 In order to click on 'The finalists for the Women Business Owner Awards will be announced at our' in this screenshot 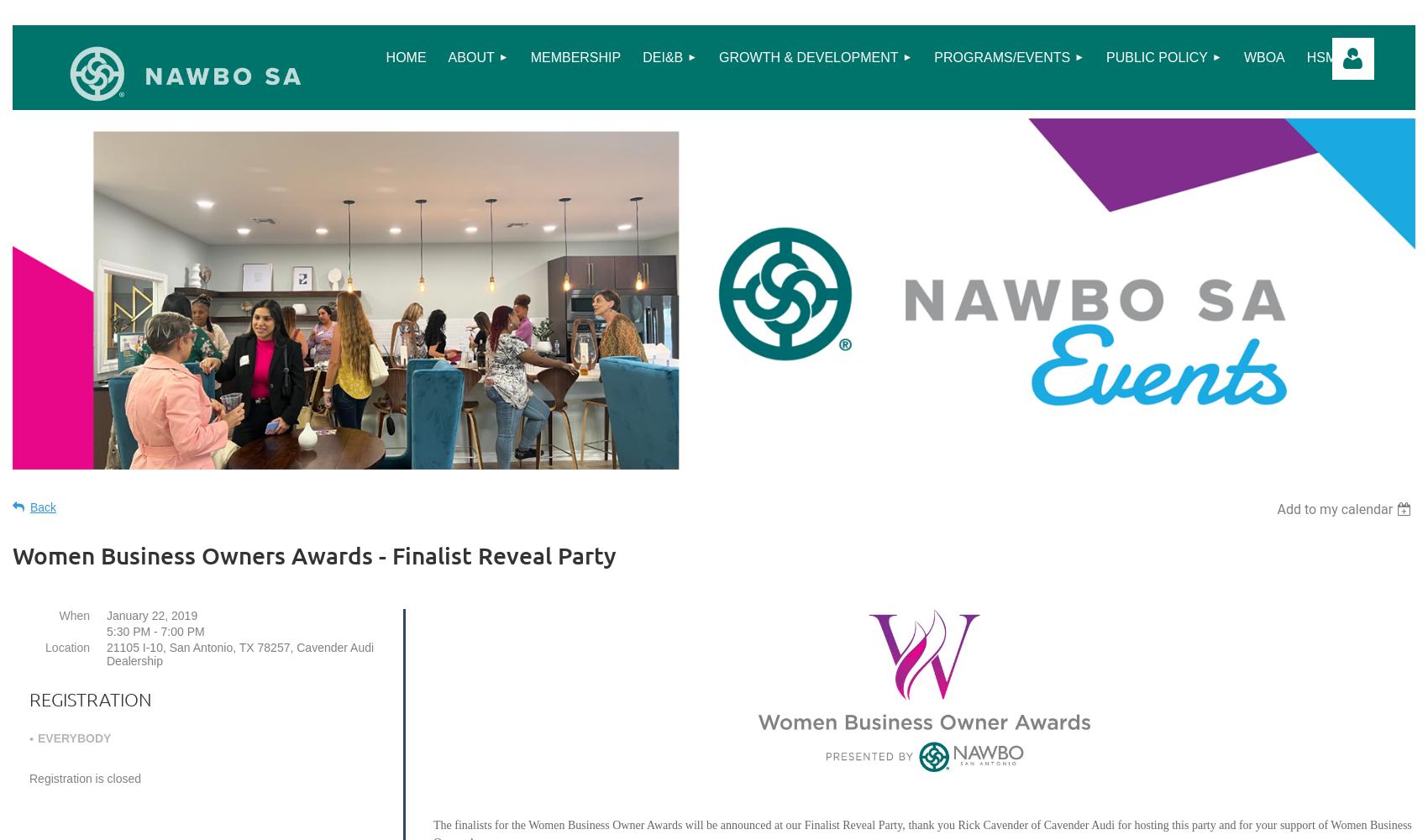, I will do `click(618, 824)`.